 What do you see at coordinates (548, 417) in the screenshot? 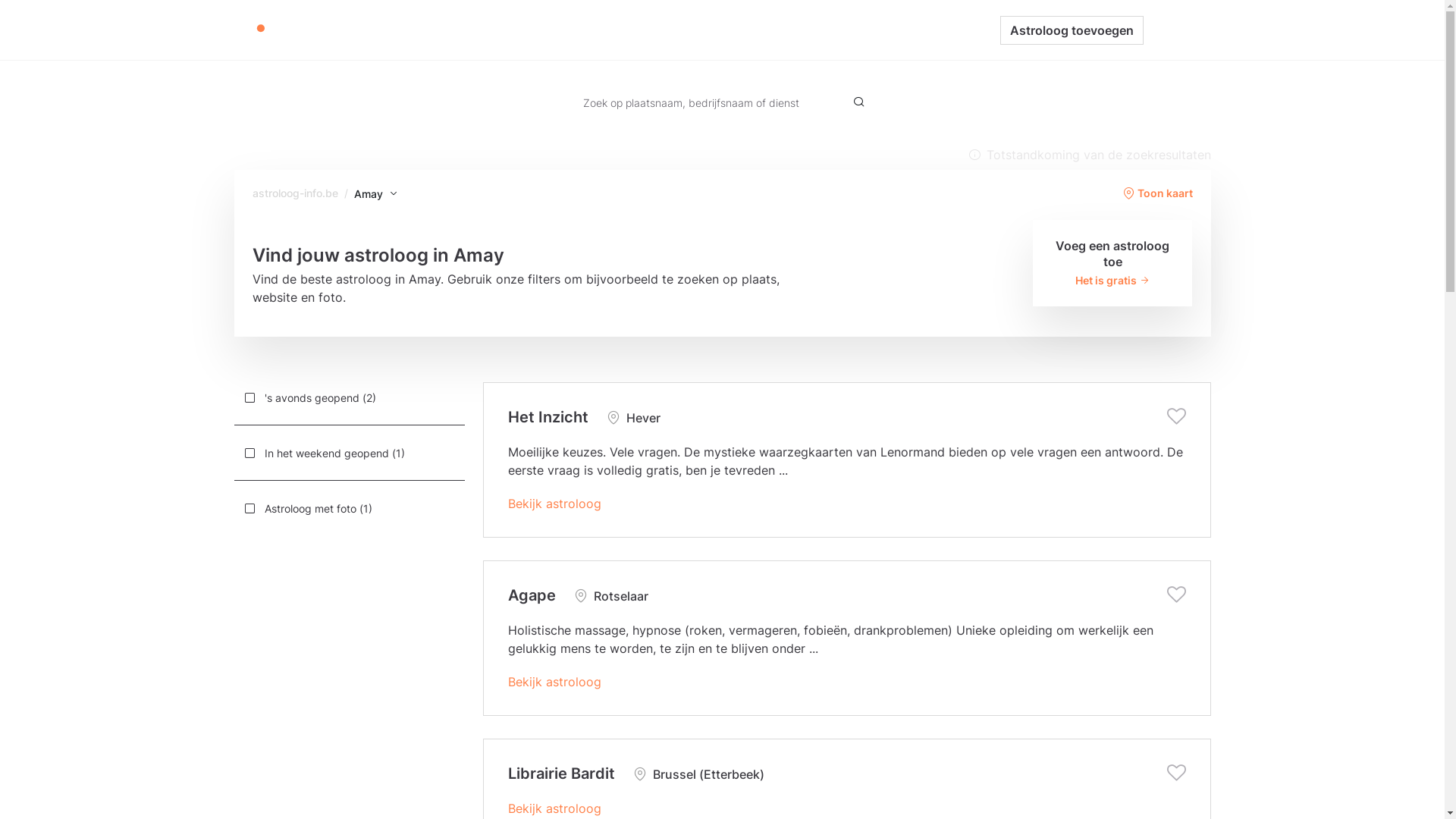
I see `'Het Inzicht'` at bounding box center [548, 417].